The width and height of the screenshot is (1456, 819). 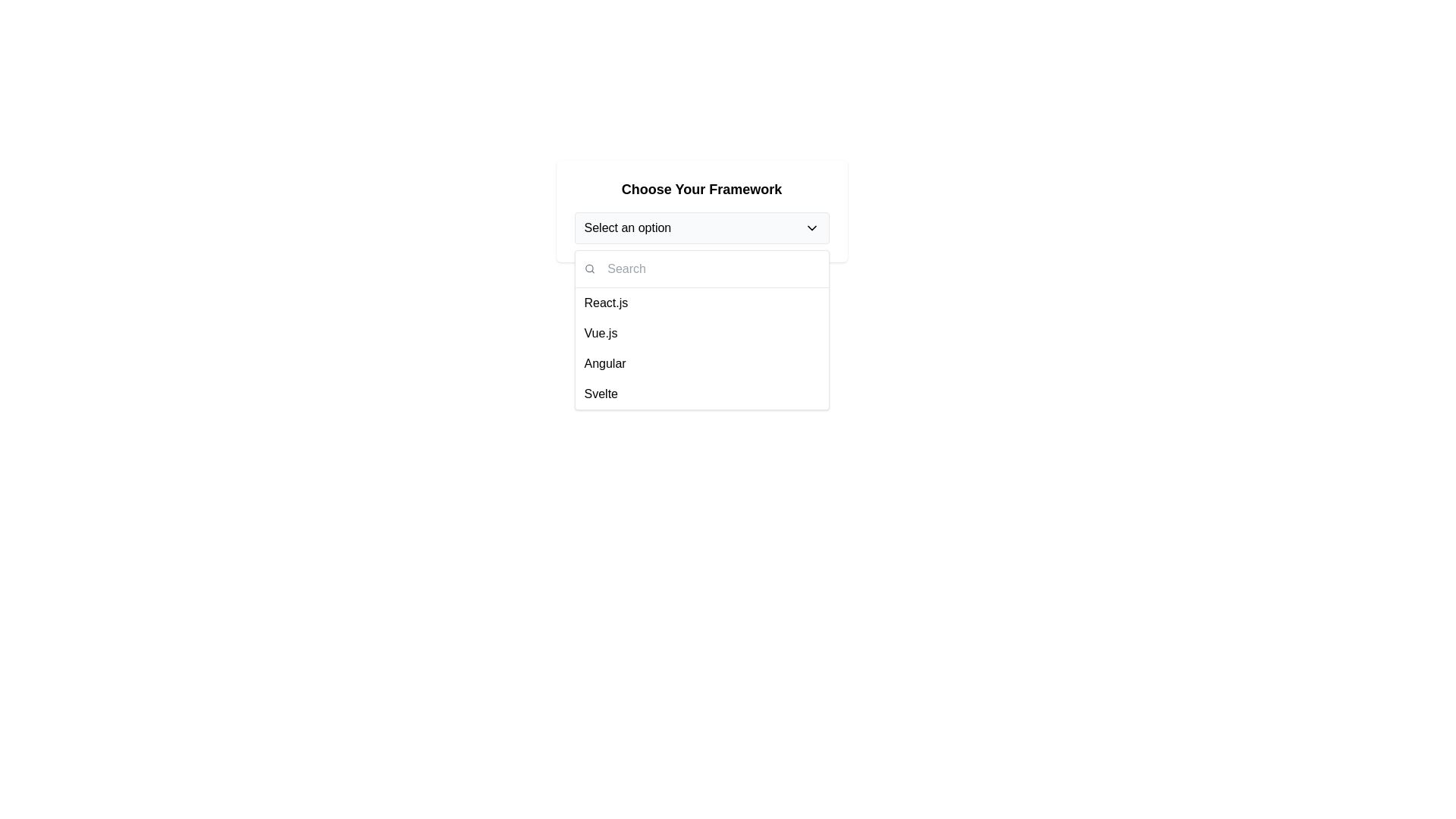 What do you see at coordinates (811, 227) in the screenshot?
I see `the downward-facing chevron icon of the dropdown menu` at bounding box center [811, 227].